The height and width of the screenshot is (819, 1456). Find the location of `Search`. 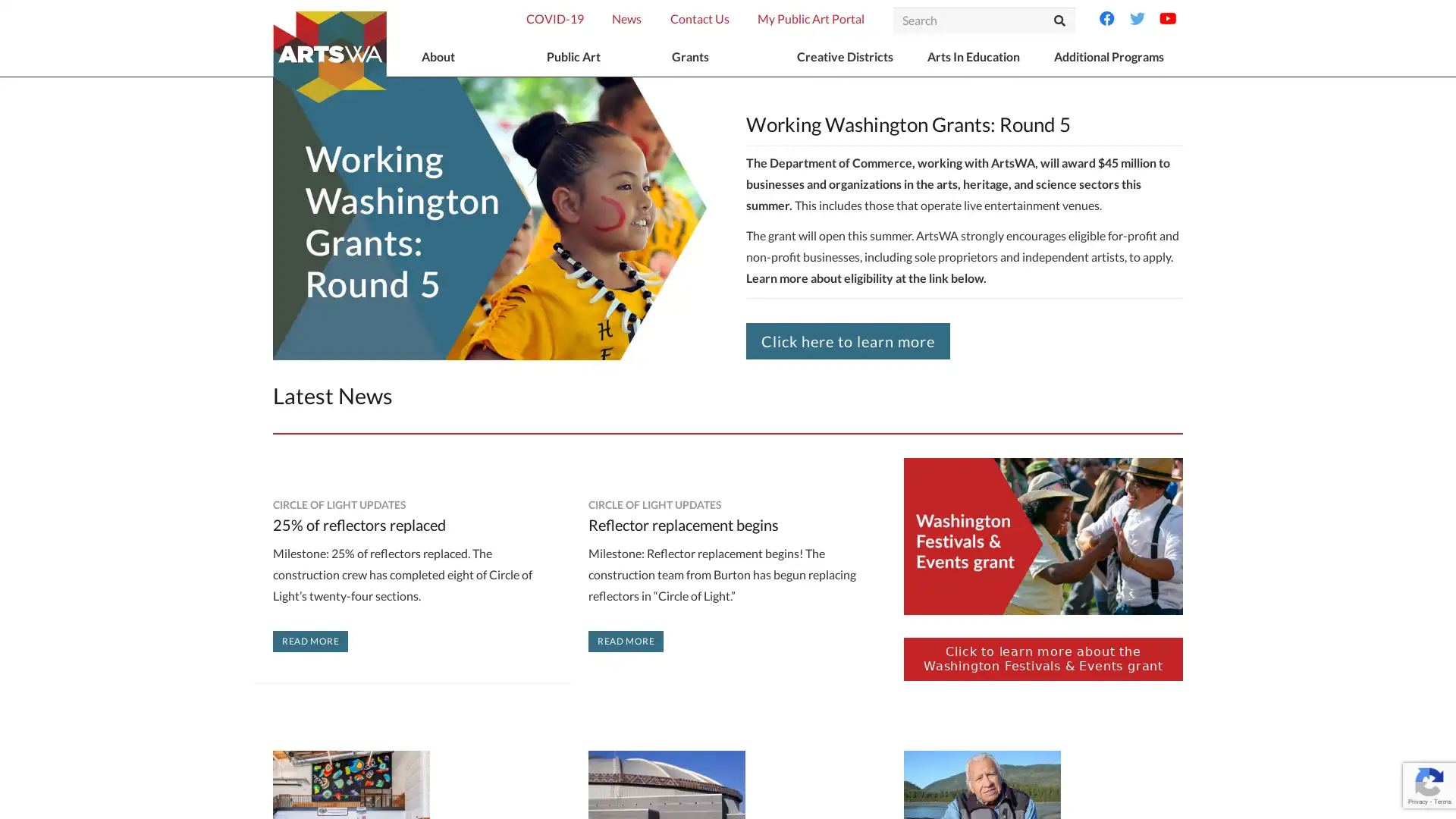

Search is located at coordinates (1058, 20).